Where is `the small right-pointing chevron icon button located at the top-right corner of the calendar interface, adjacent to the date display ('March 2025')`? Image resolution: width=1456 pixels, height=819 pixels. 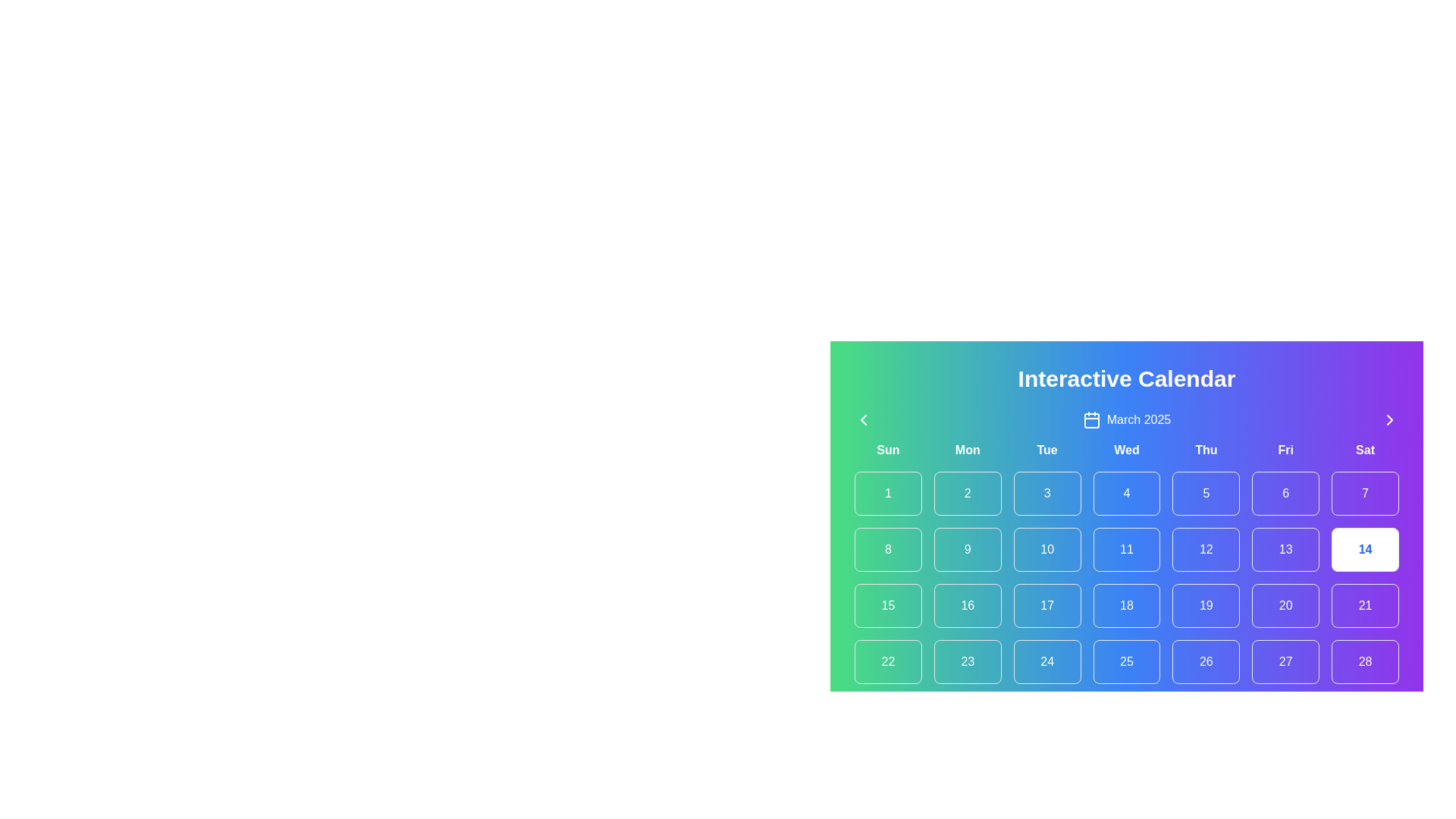
the small right-pointing chevron icon button located at the top-right corner of the calendar interface, adjacent to the date display ('March 2025') is located at coordinates (1390, 420).